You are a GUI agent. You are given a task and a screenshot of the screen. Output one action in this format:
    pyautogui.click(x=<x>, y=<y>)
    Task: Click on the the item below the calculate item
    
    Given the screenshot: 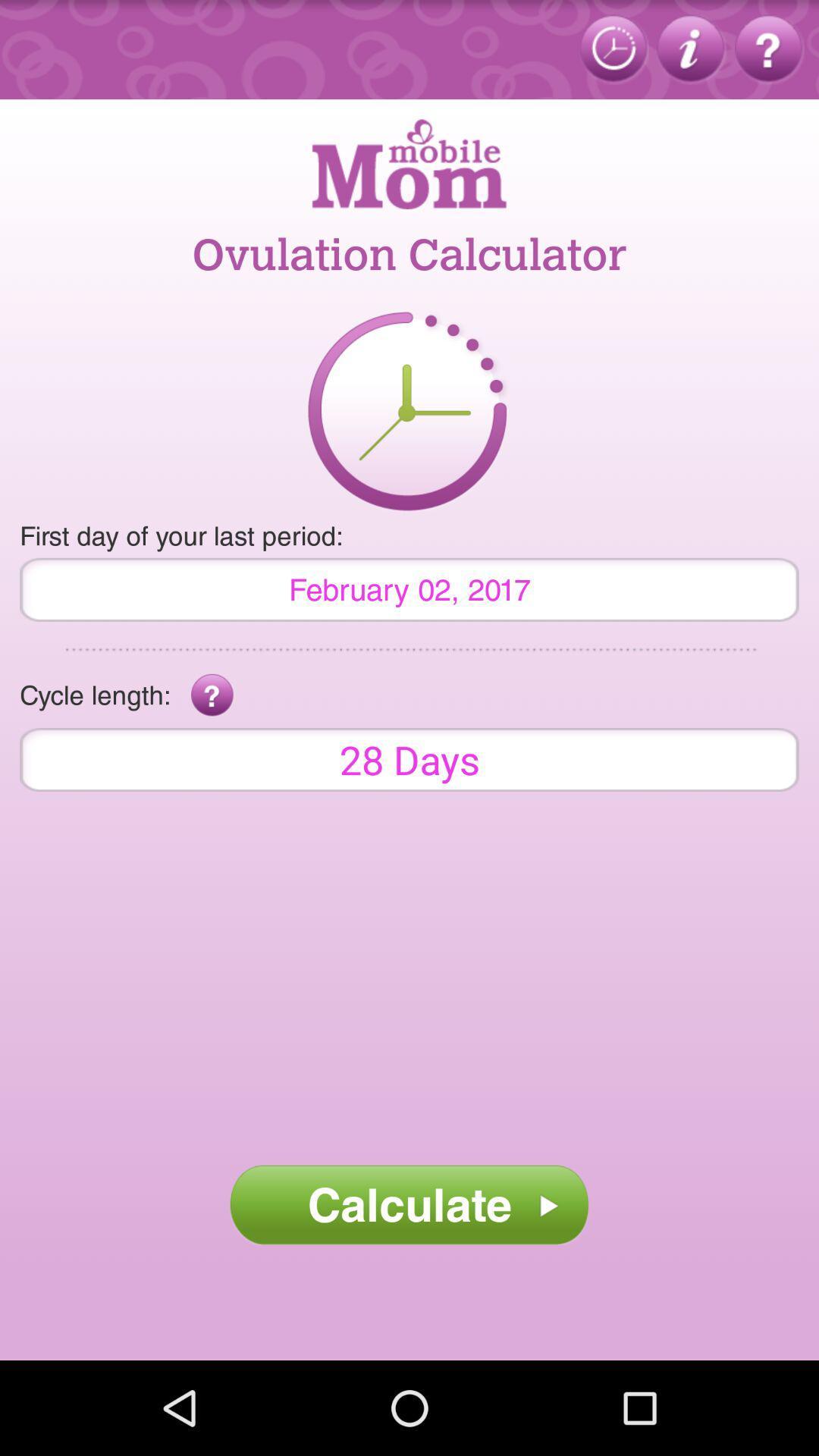 What is the action you would take?
    pyautogui.click(x=409, y=1310)
    